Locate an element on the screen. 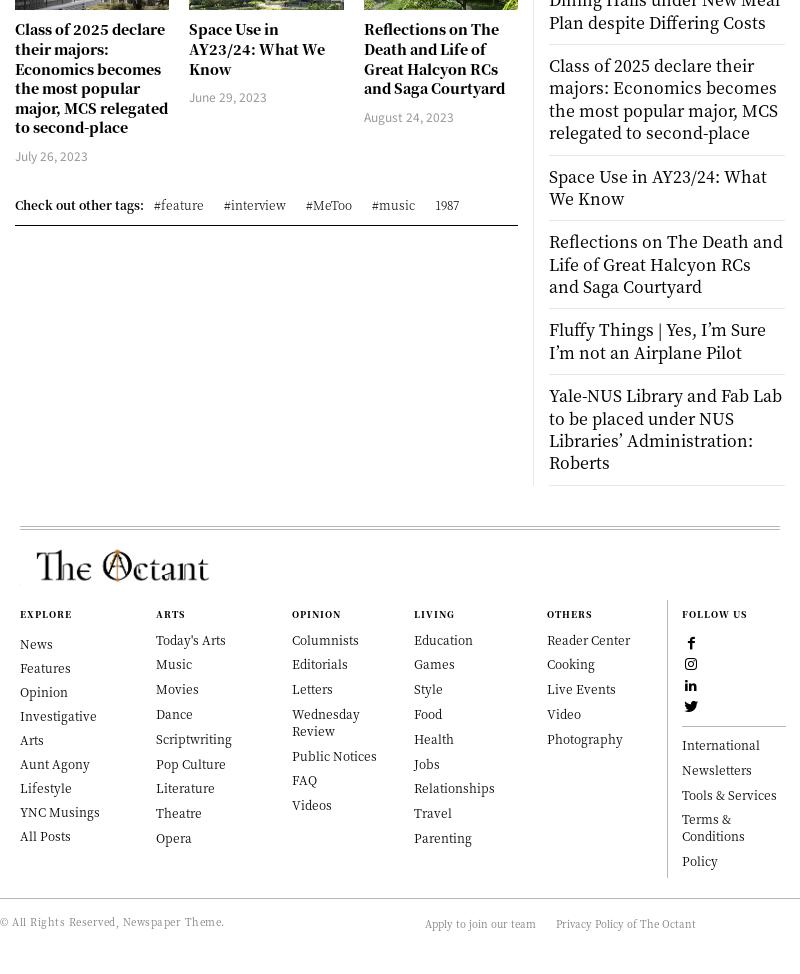 The width and height of the screenshot is (800, 974). 'Music' is located at coordinates (171, 663).